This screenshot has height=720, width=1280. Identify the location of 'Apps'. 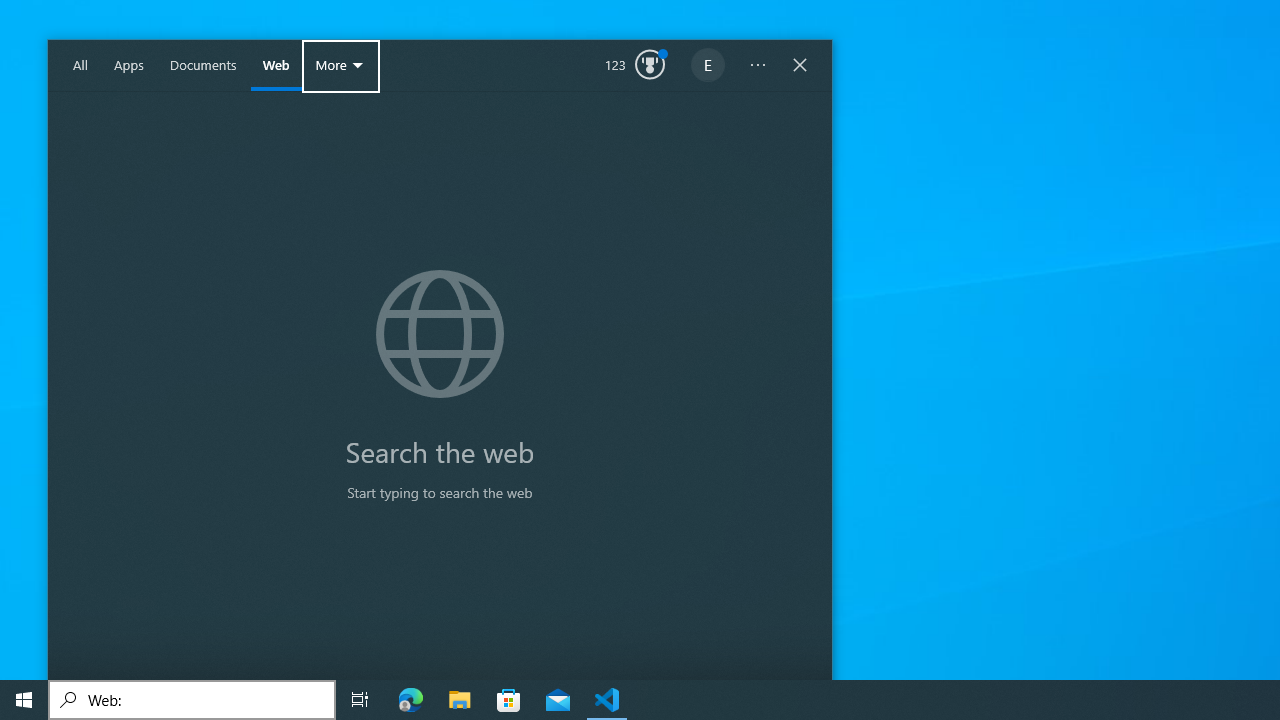
(128, 65).